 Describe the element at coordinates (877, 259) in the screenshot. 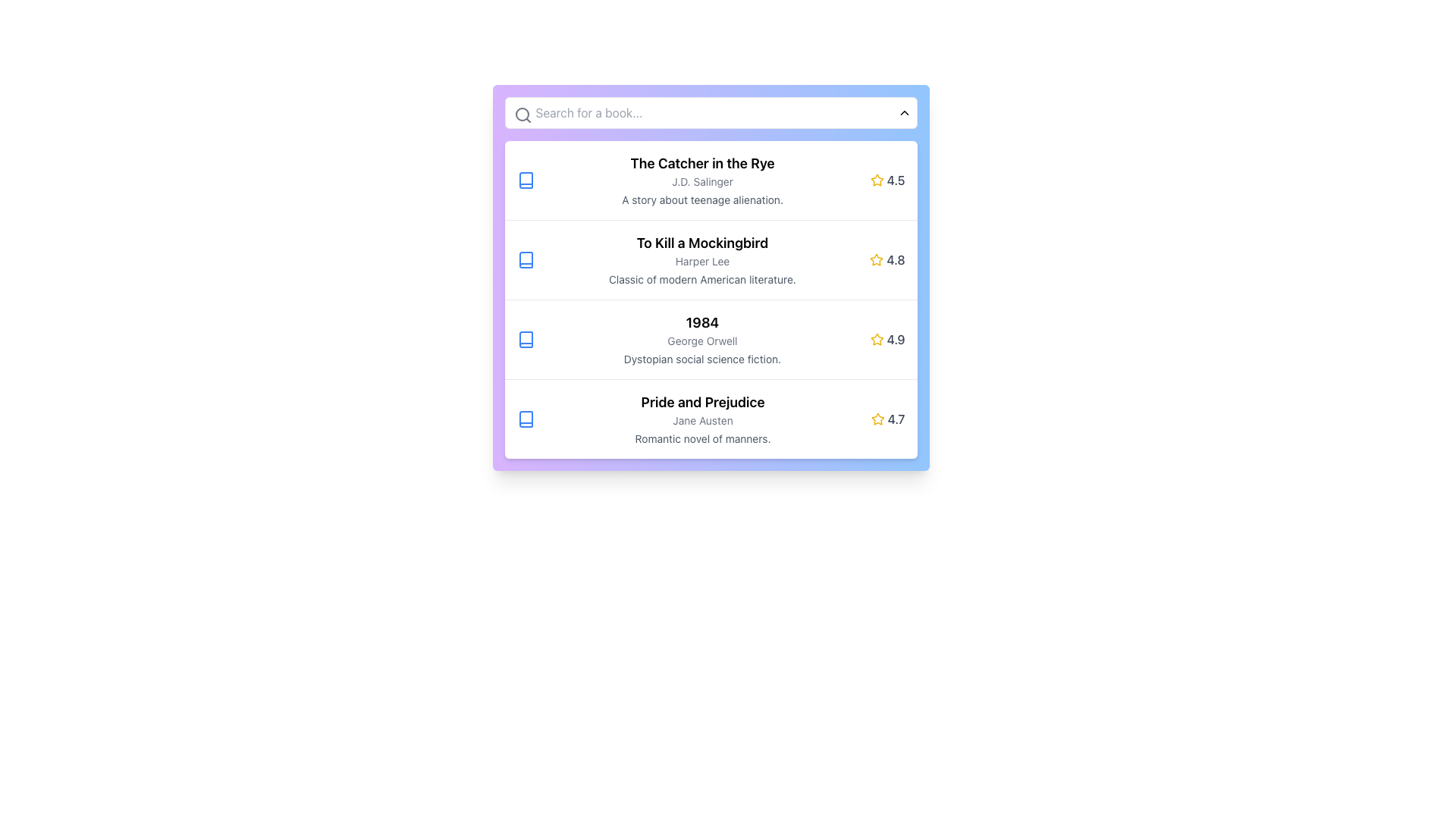

I see `the star icon indicating a rating of '4.8' for the book 'To Kill a Mockingbird', which is located to the right of the rating text` at that location.